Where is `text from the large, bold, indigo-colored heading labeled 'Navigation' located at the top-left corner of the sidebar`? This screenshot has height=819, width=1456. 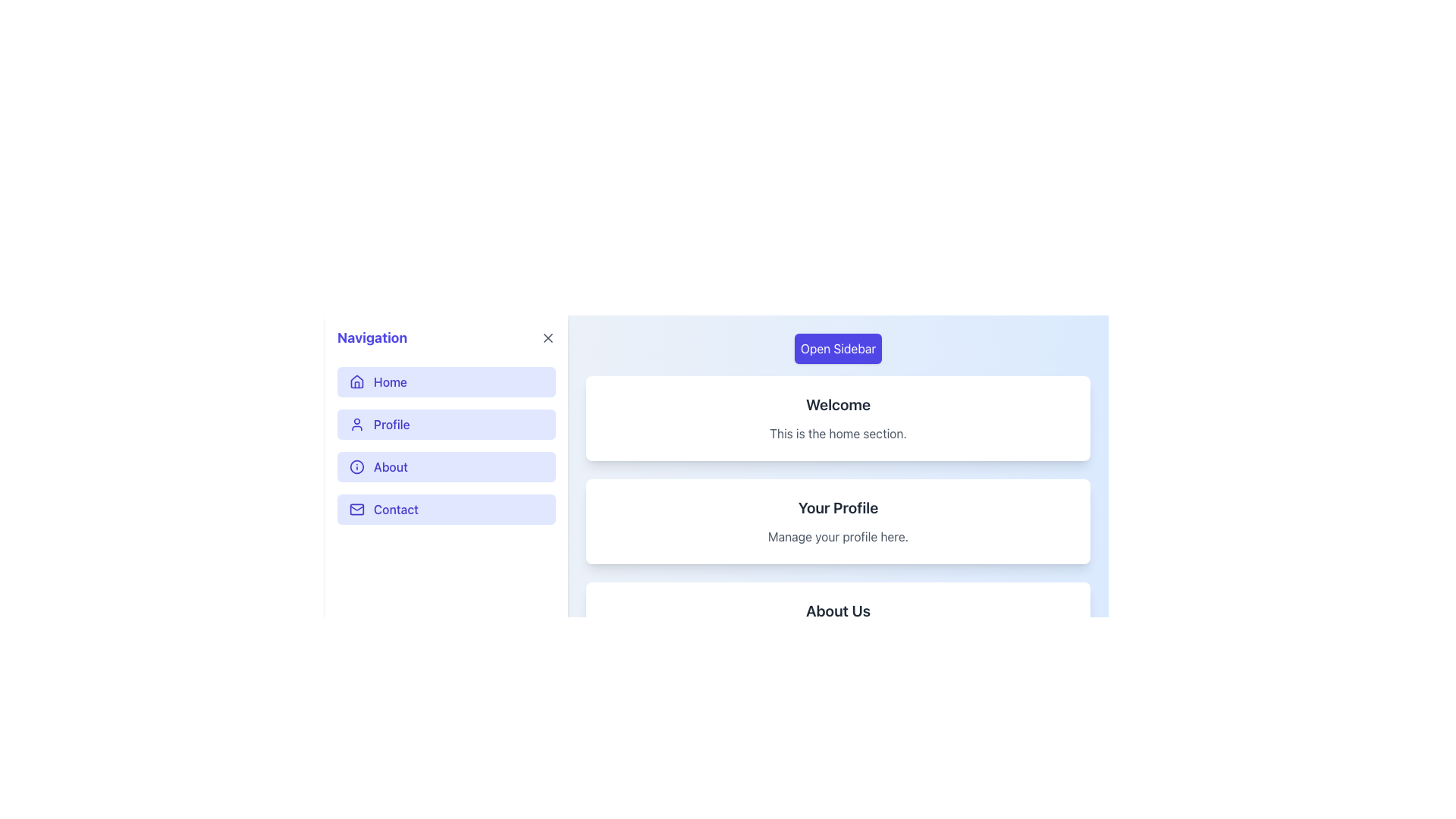 text from the large, bold, indigo-colored heading labeled 'Navigation' located at the top-left corner of the sidebar is located at coordinates (372, 337).